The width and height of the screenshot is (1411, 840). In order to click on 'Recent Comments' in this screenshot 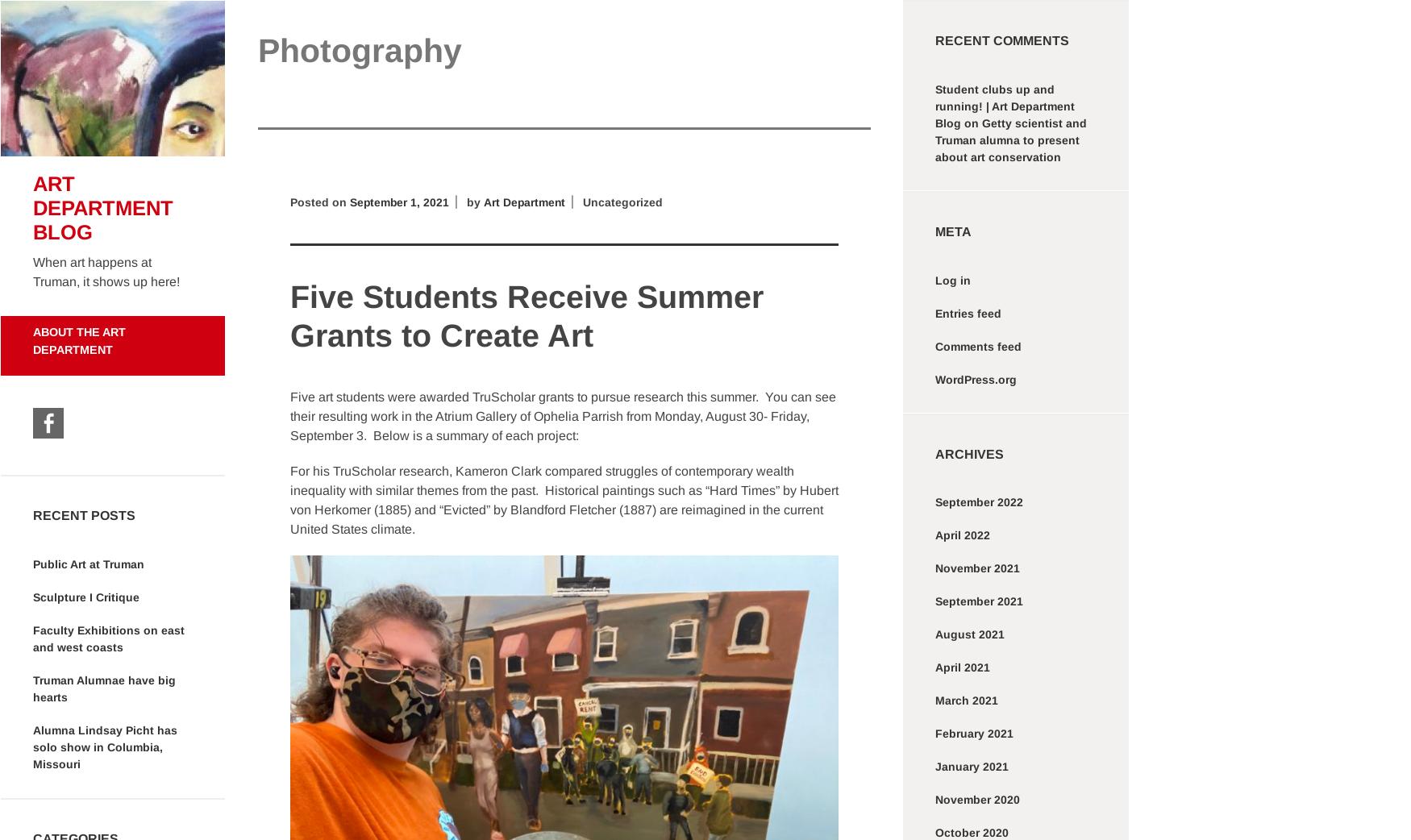, I will do `click(1002, 40)`.